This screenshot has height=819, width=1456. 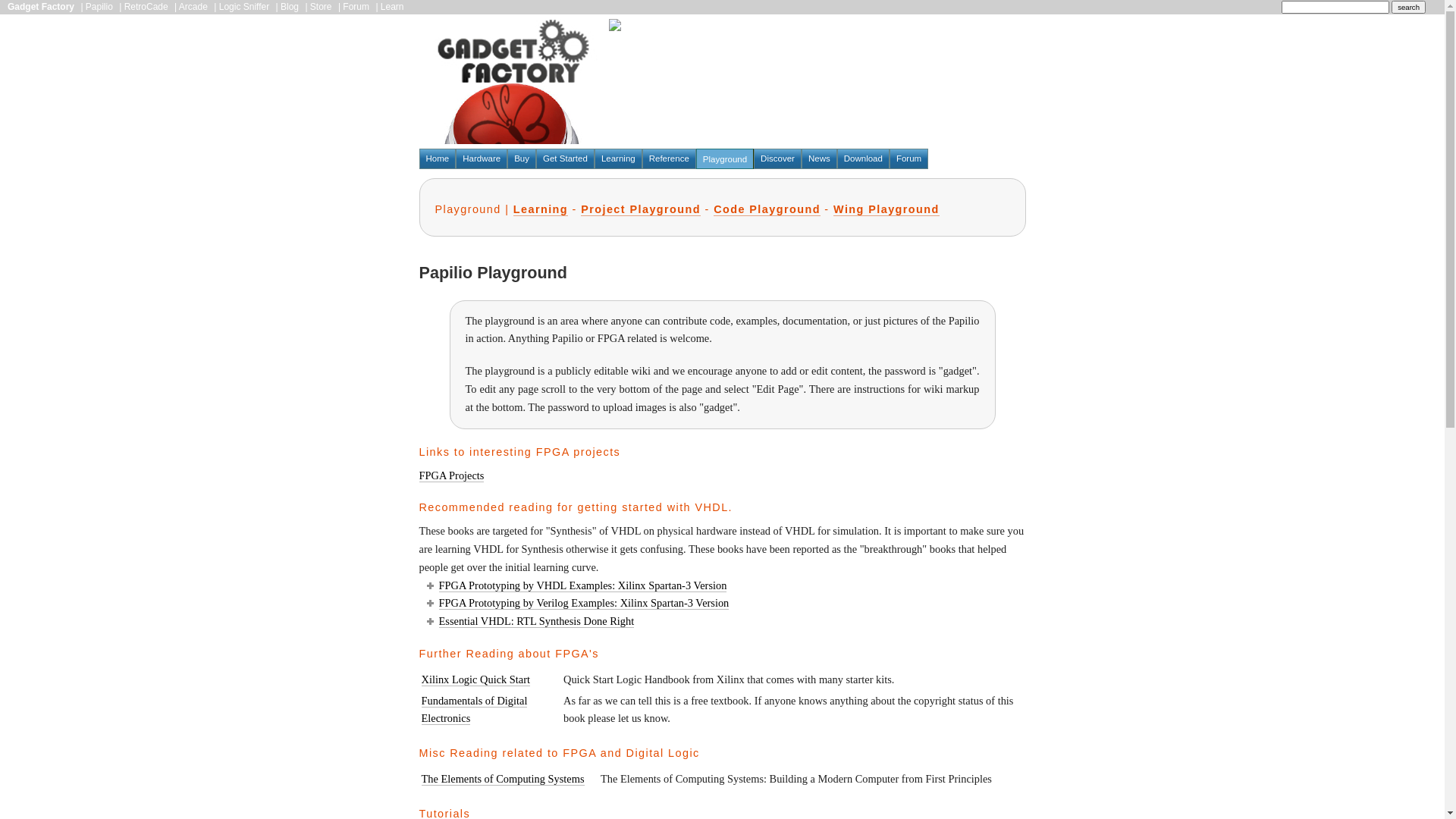 I want to click on 'Essential VHDL: RTL Synthesis Done Right', so click(x=535, y=621).